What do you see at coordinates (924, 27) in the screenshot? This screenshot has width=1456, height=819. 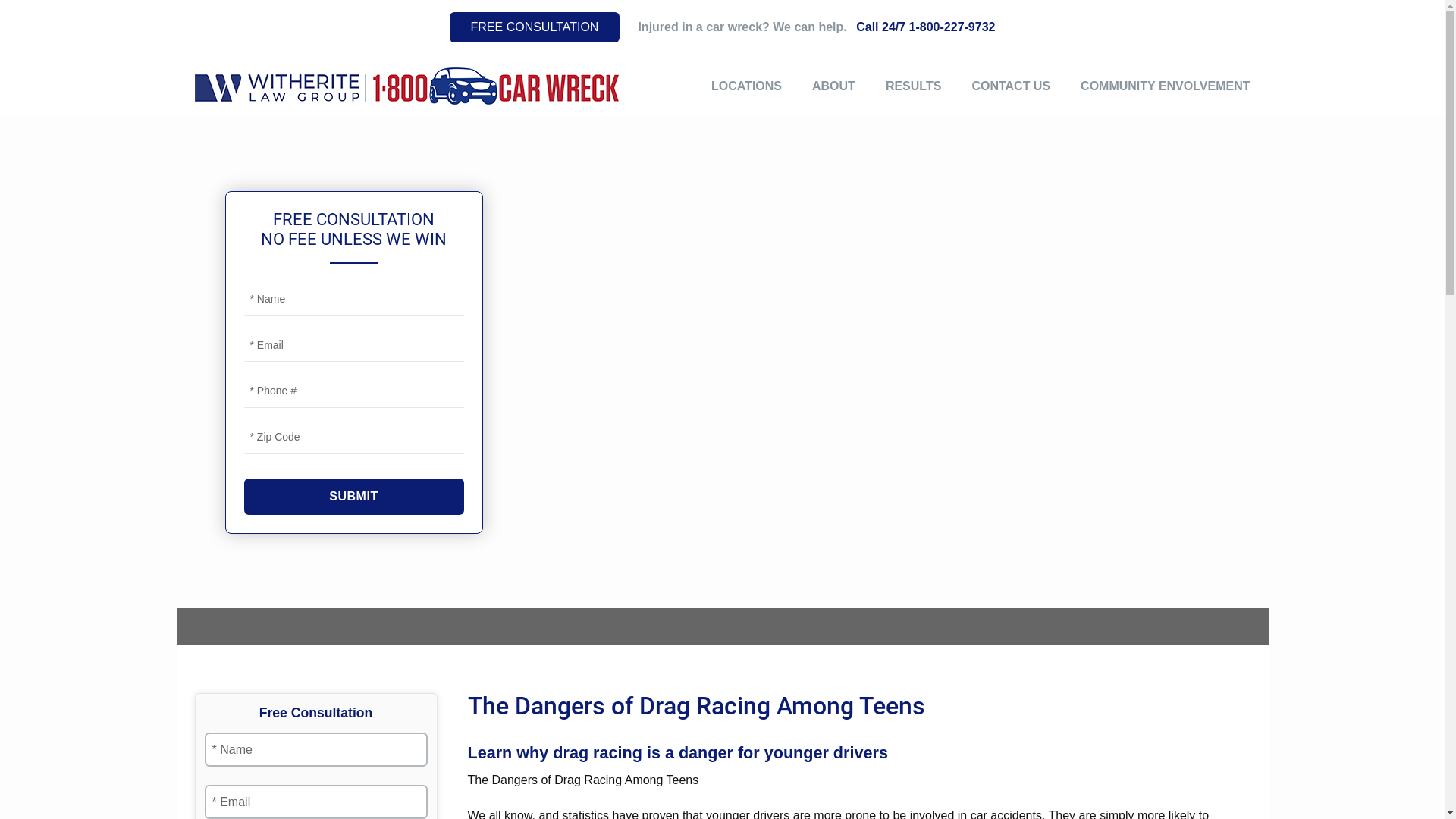 I see `'Call 24/7 1-800-227-9732'` at bounding box center [924, 27].